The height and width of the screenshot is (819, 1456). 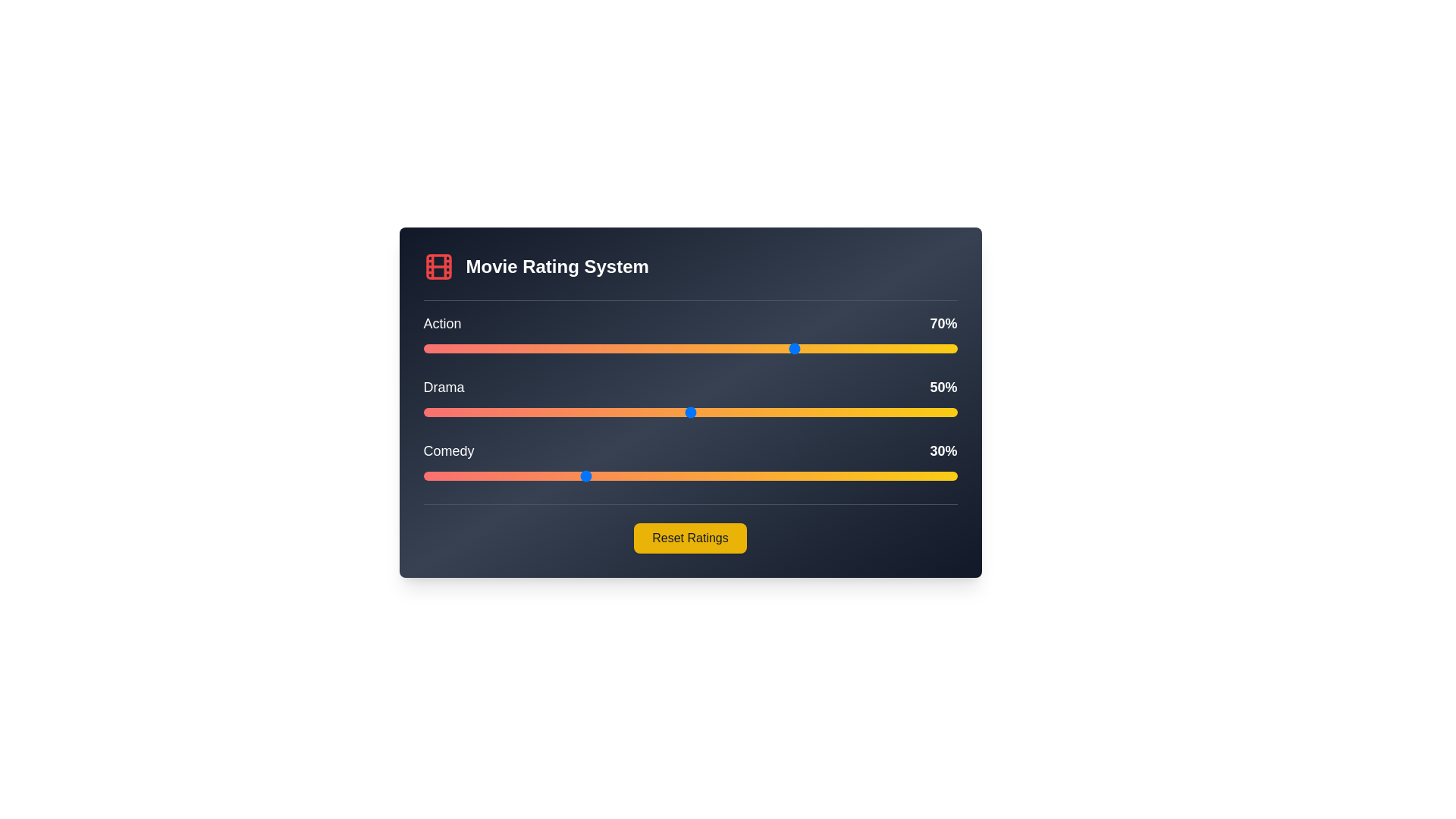 What do you see at coordinates (760, 412) in the screenshot?
I see `the Drama genre rating to 63% by adjusting the slider` at bounding box center [760, 412].